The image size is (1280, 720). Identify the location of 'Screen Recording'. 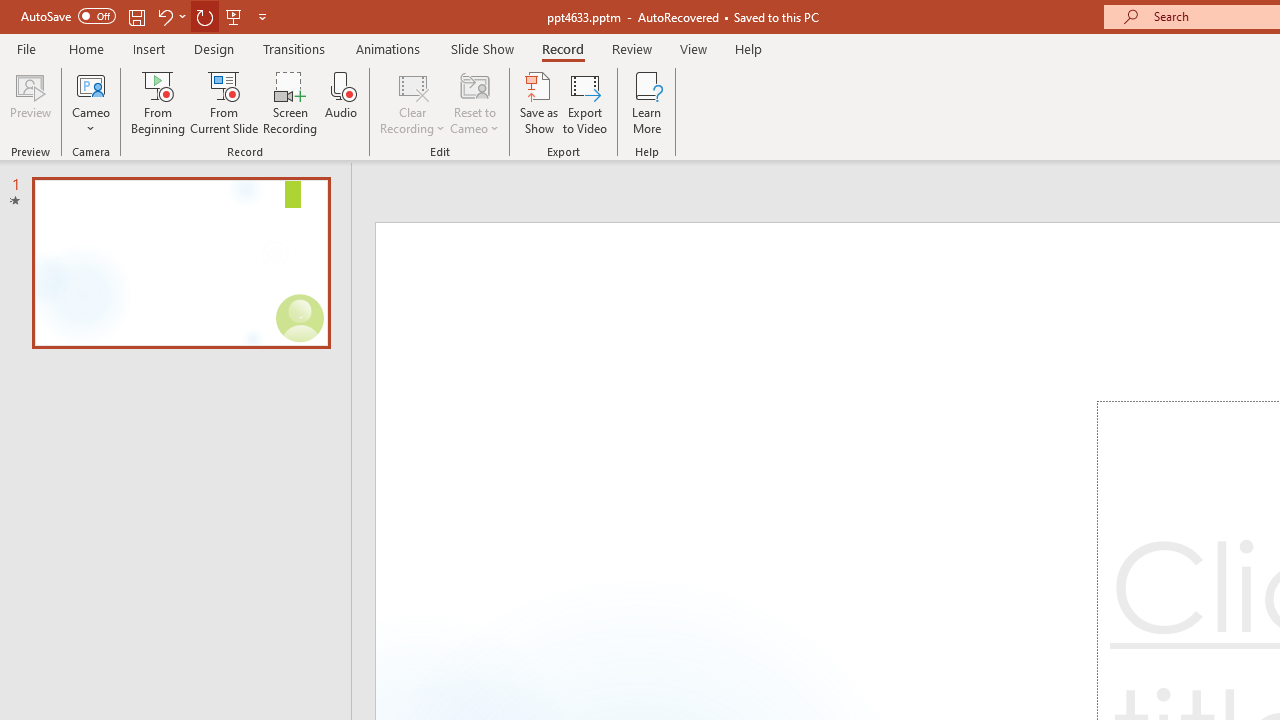
(289, 103).